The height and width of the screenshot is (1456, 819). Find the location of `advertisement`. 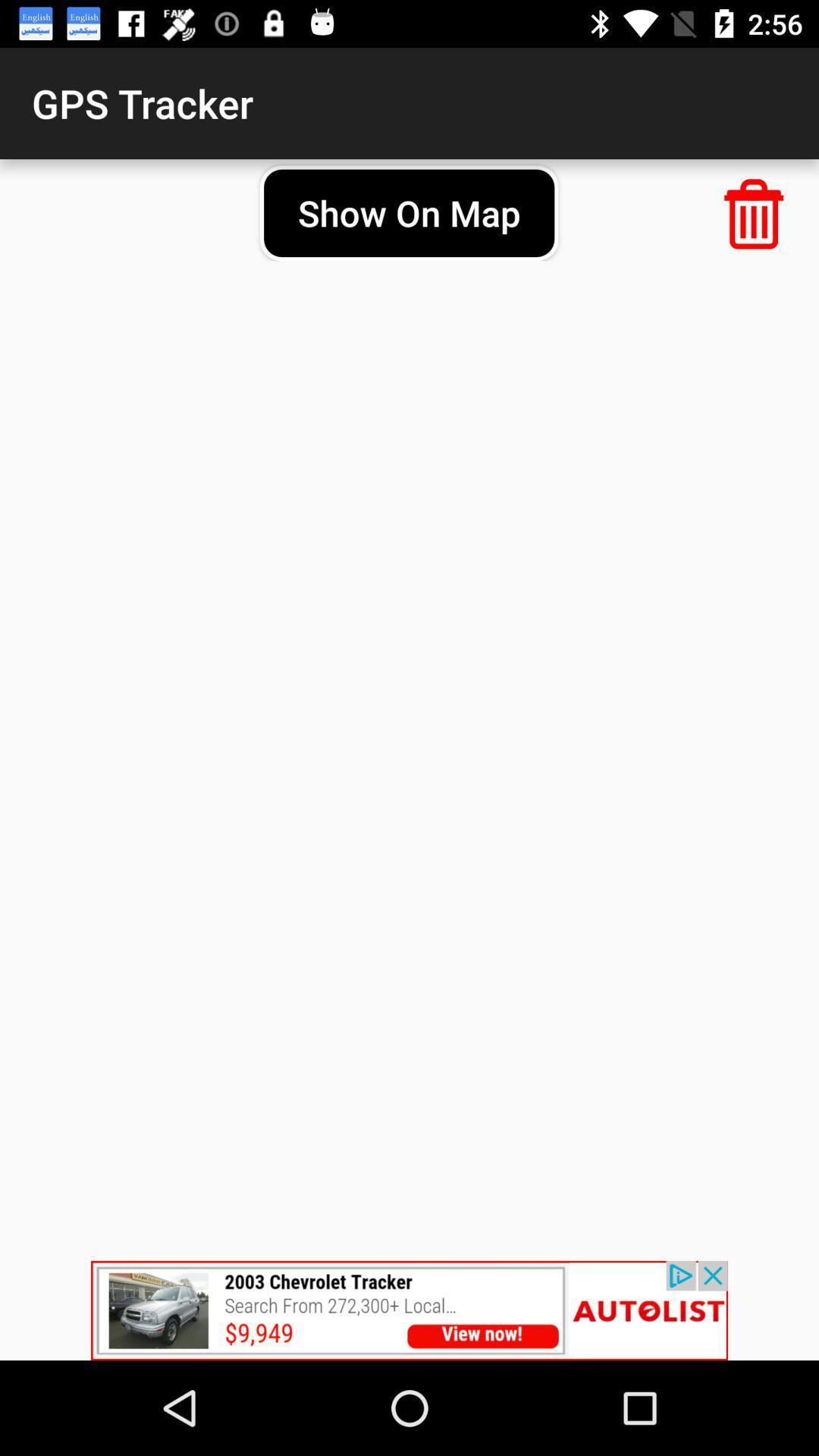

advertisement is located at coordinates (409, 1310).